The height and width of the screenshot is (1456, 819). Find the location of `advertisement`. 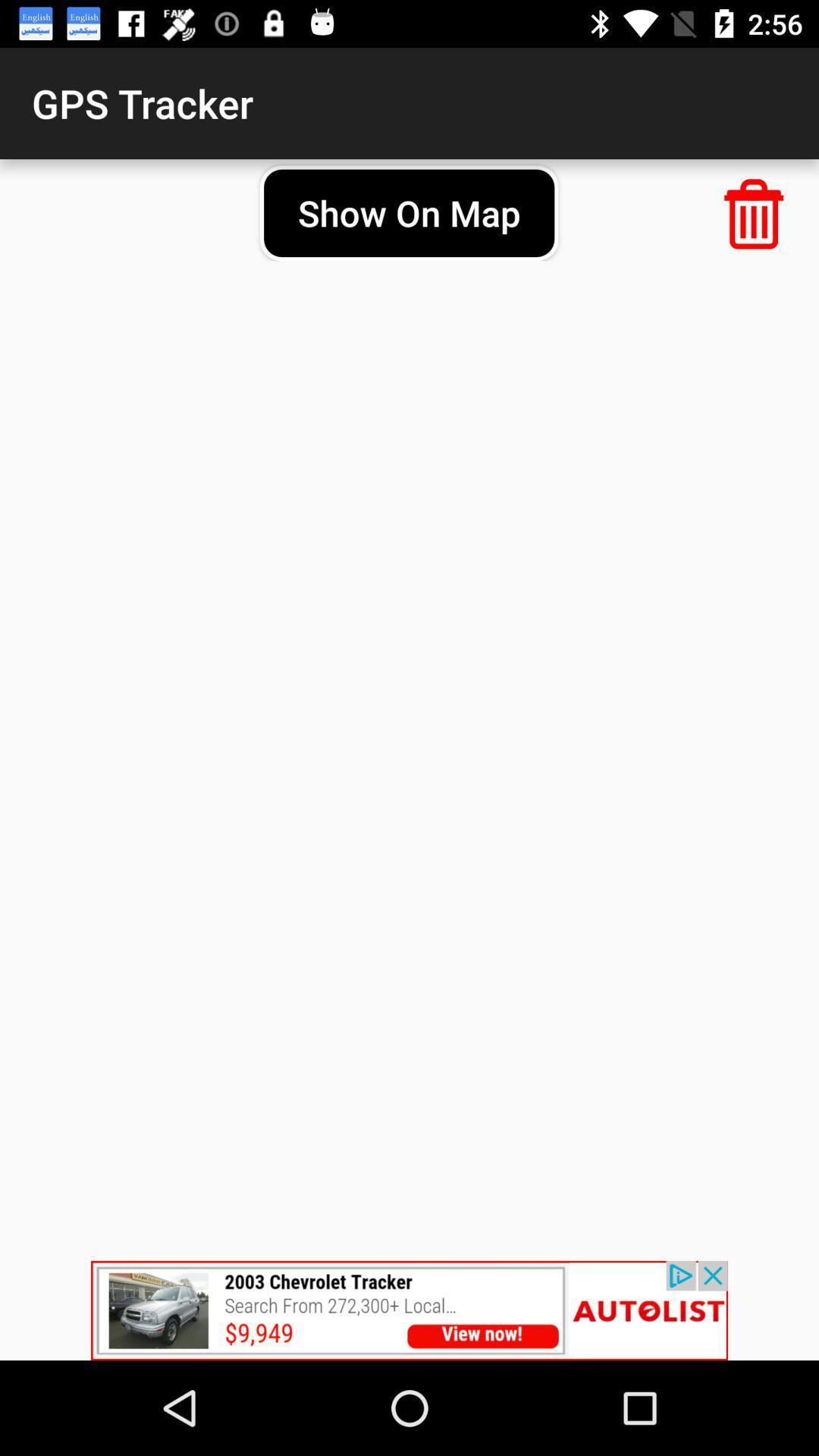

advertisement is located at coordinates (409, 1310).